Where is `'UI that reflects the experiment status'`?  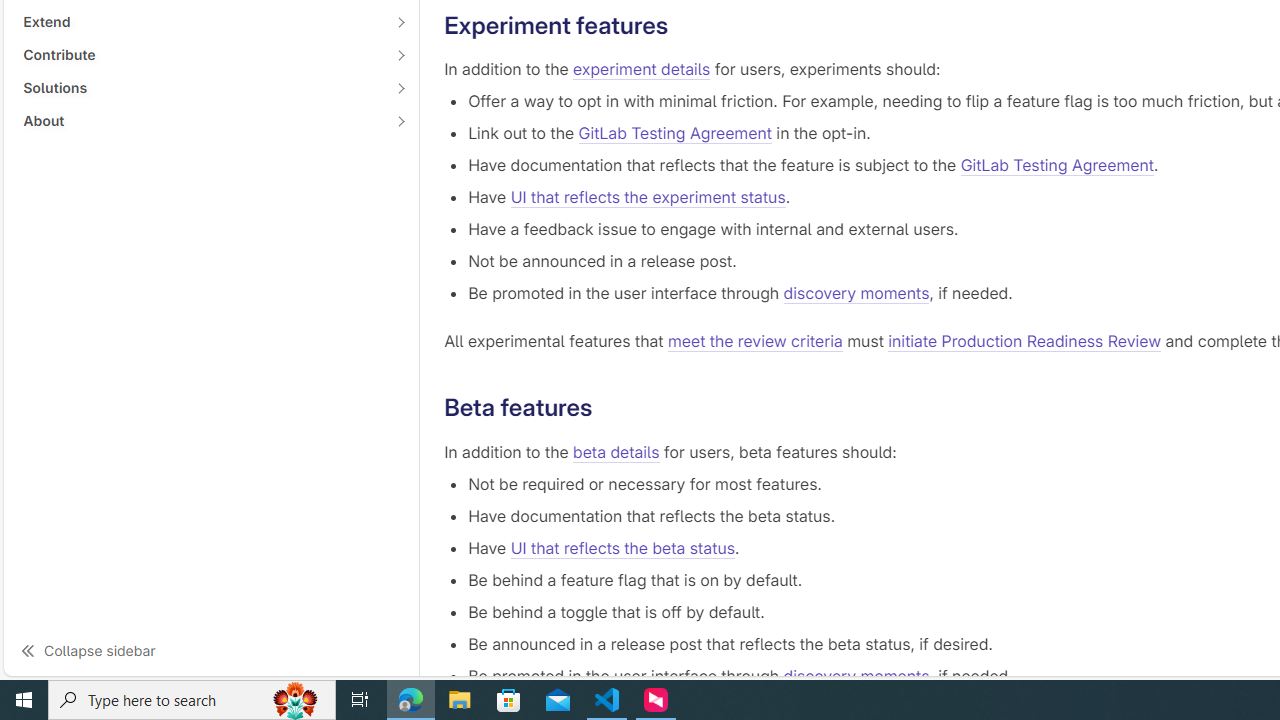
'UI that reflects the experiment status' is located at coordinates (647, 198).